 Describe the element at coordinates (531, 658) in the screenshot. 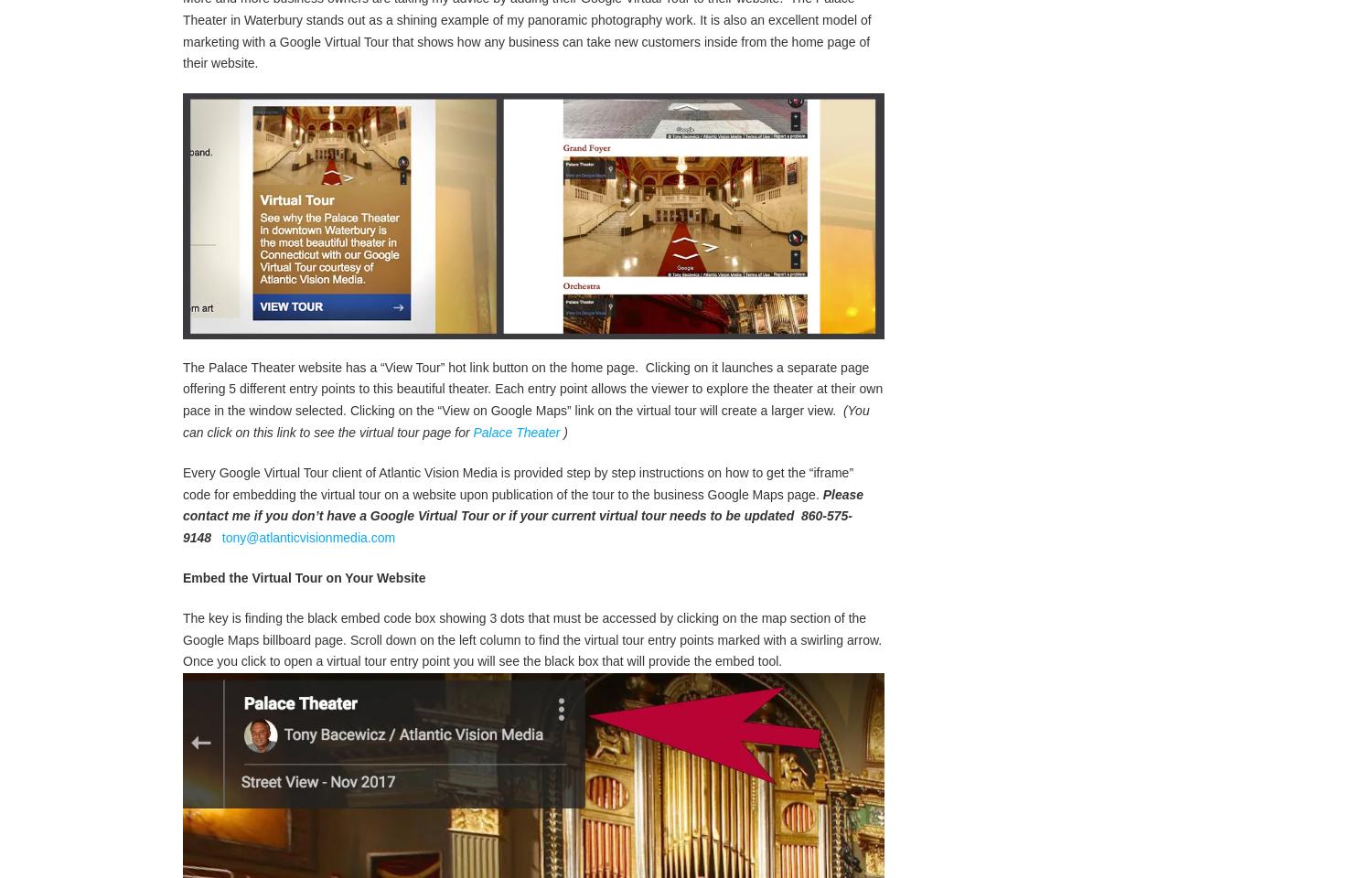

I see `'The key is finding the black embed code box showing 3 dots that must be accessed by clicking on the map section of the Google Maps billboard page. Scroll down on the left column to find the virtual tour entry points marked with a swirling arrow. Once you click to open a virtual tour entry point you will see the black box that will provide the embed tool.'` at that location.